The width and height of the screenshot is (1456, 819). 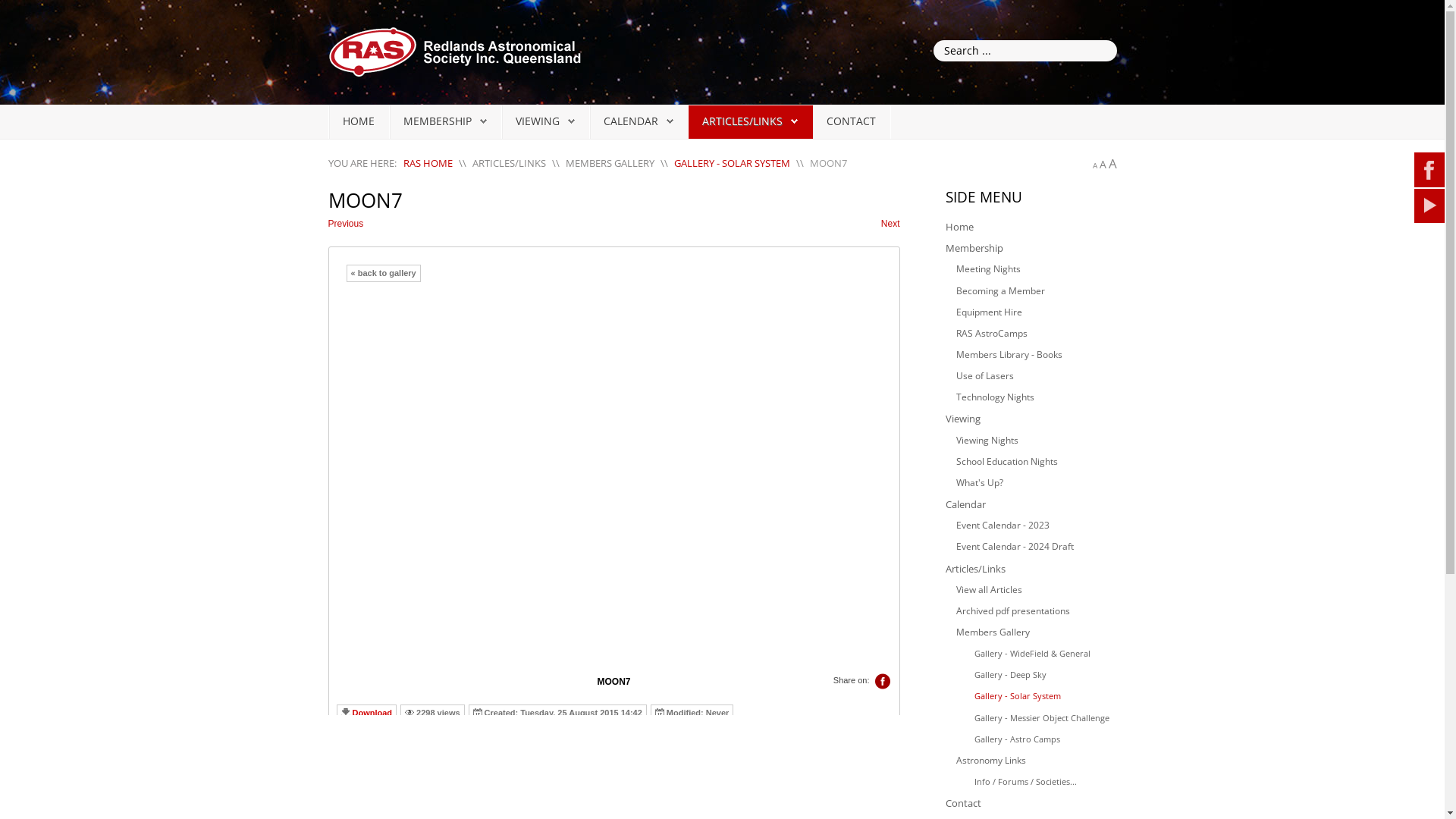 What do you see at coordinates (1035, 354) in the screenshot?
I see `'Members Library - Books'` at bounding box center [1035, 354].